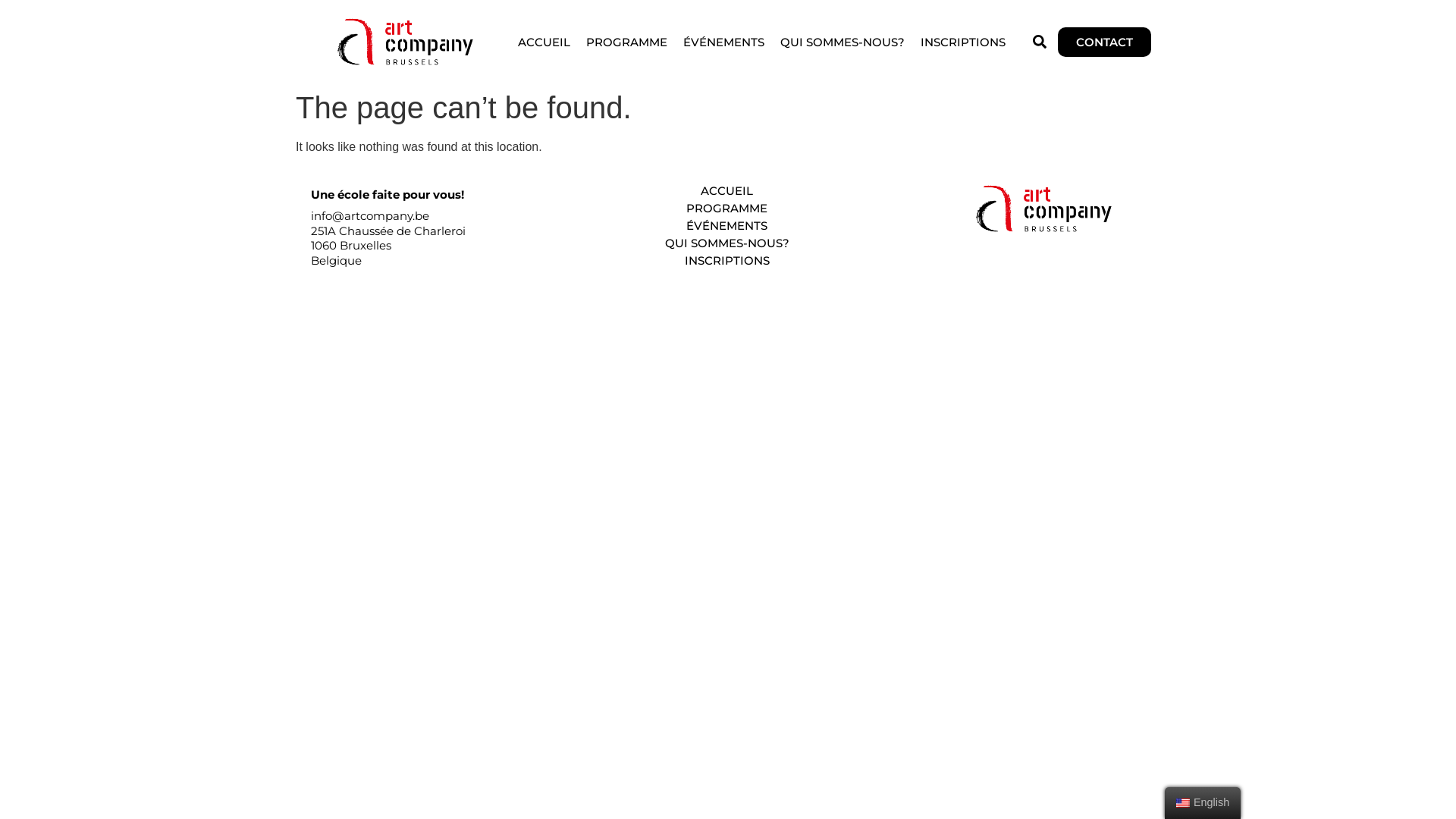 Image resolution: width=1456 pixels, height=819 pixels. Describe the element at coordinates (841, 41) in the screenshot. I see `'QUI SOMMES-NOUS?'` at that location.